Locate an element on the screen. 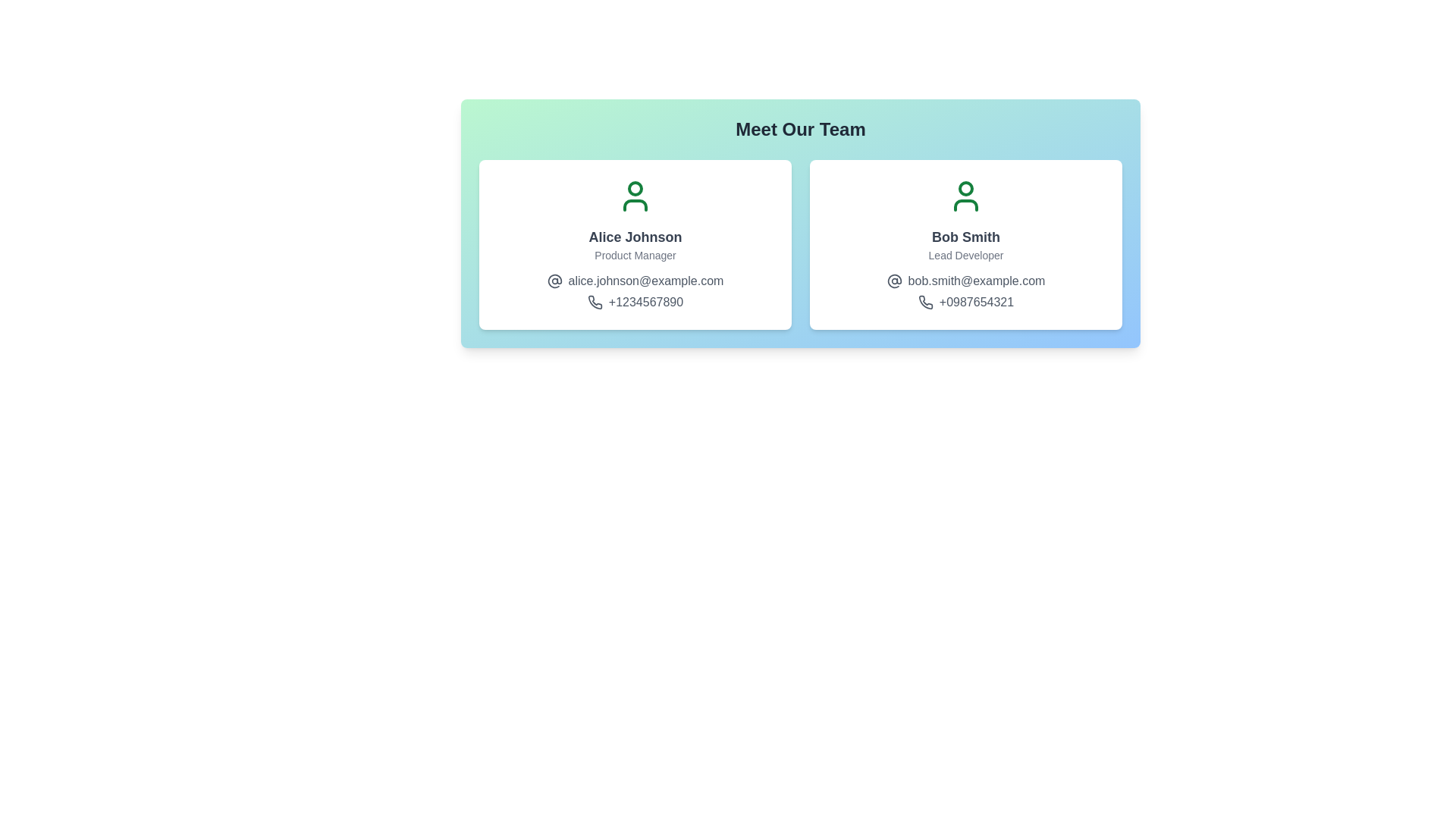  the telephone icon located within the profile card labeled 'Bob Smith' is located at coordinates (924, 302).